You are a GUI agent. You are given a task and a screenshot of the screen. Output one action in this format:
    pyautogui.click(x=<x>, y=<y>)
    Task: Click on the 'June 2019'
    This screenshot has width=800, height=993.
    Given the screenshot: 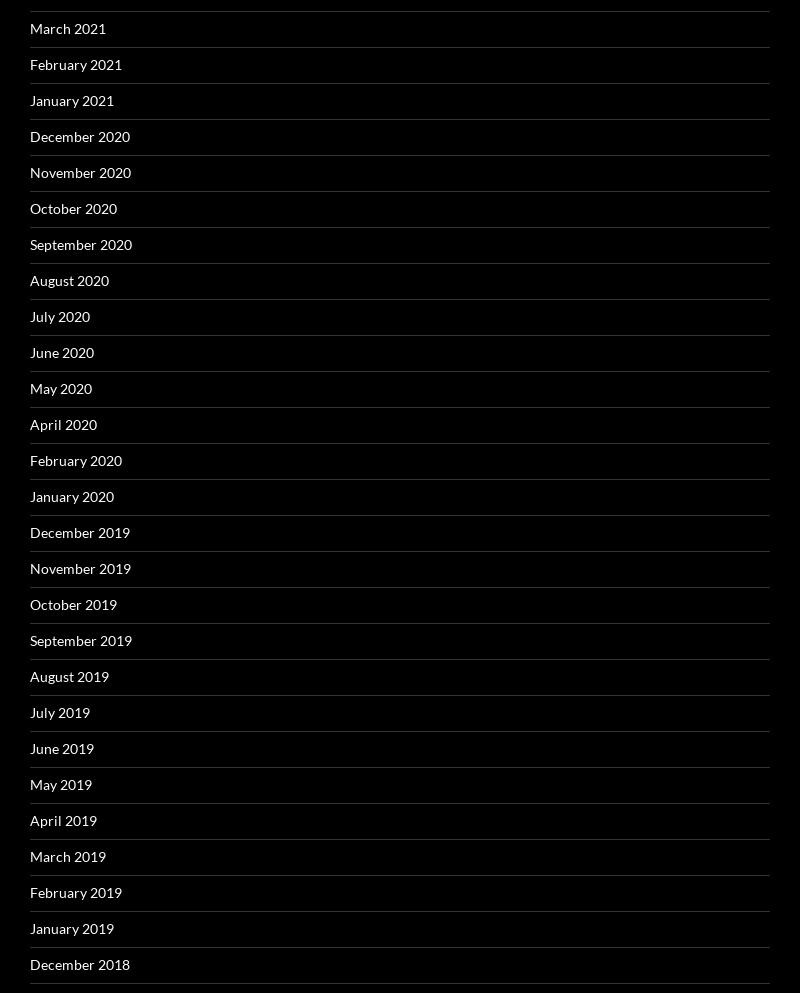 What is the action you would take?
    pyautogui.click(x=30, y=747)
    